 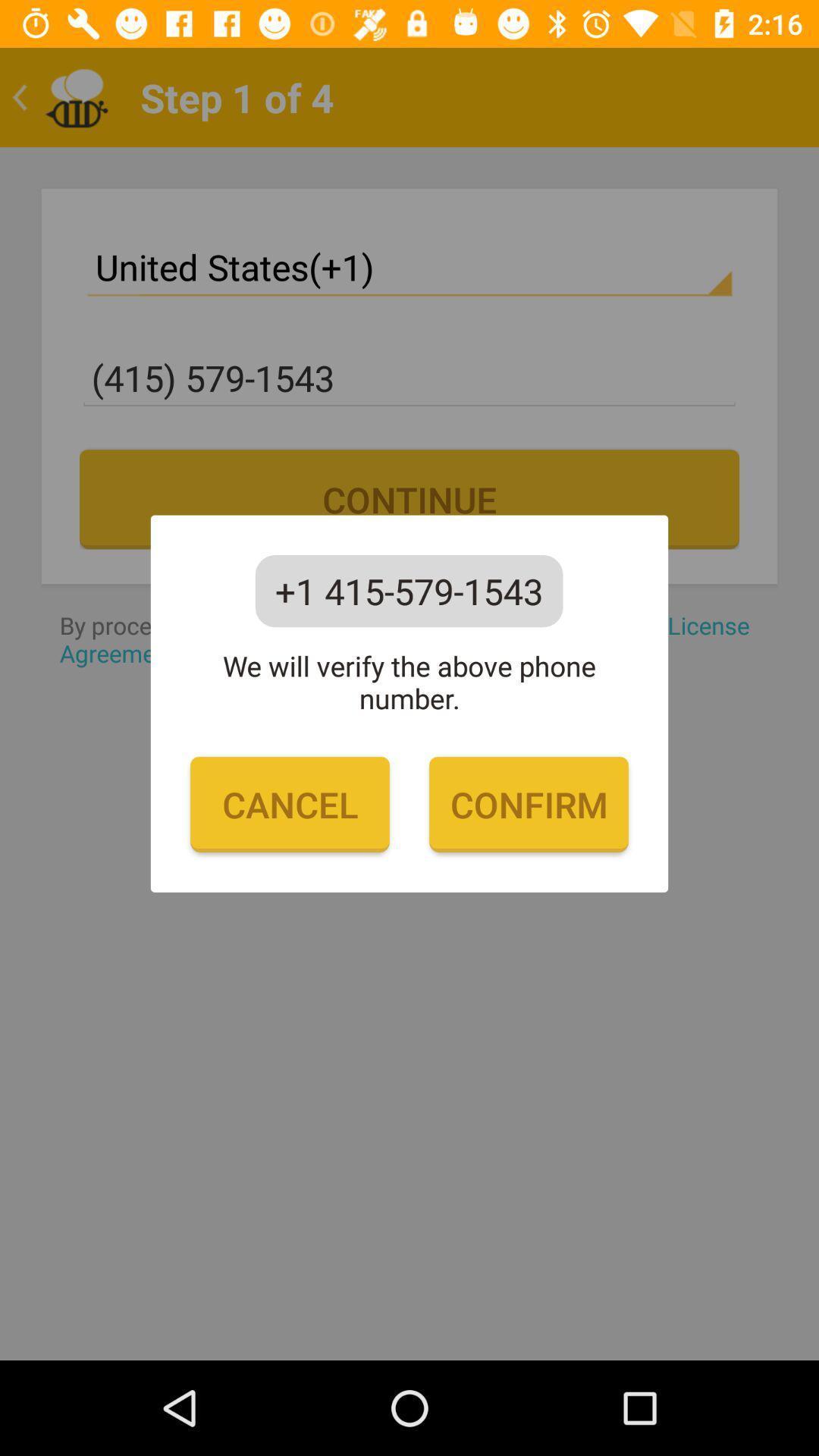 What do you see at coordinates (290, 804) in the screenshot?
I see `item to the left of the confirm item` at bounding box center [290, 804].